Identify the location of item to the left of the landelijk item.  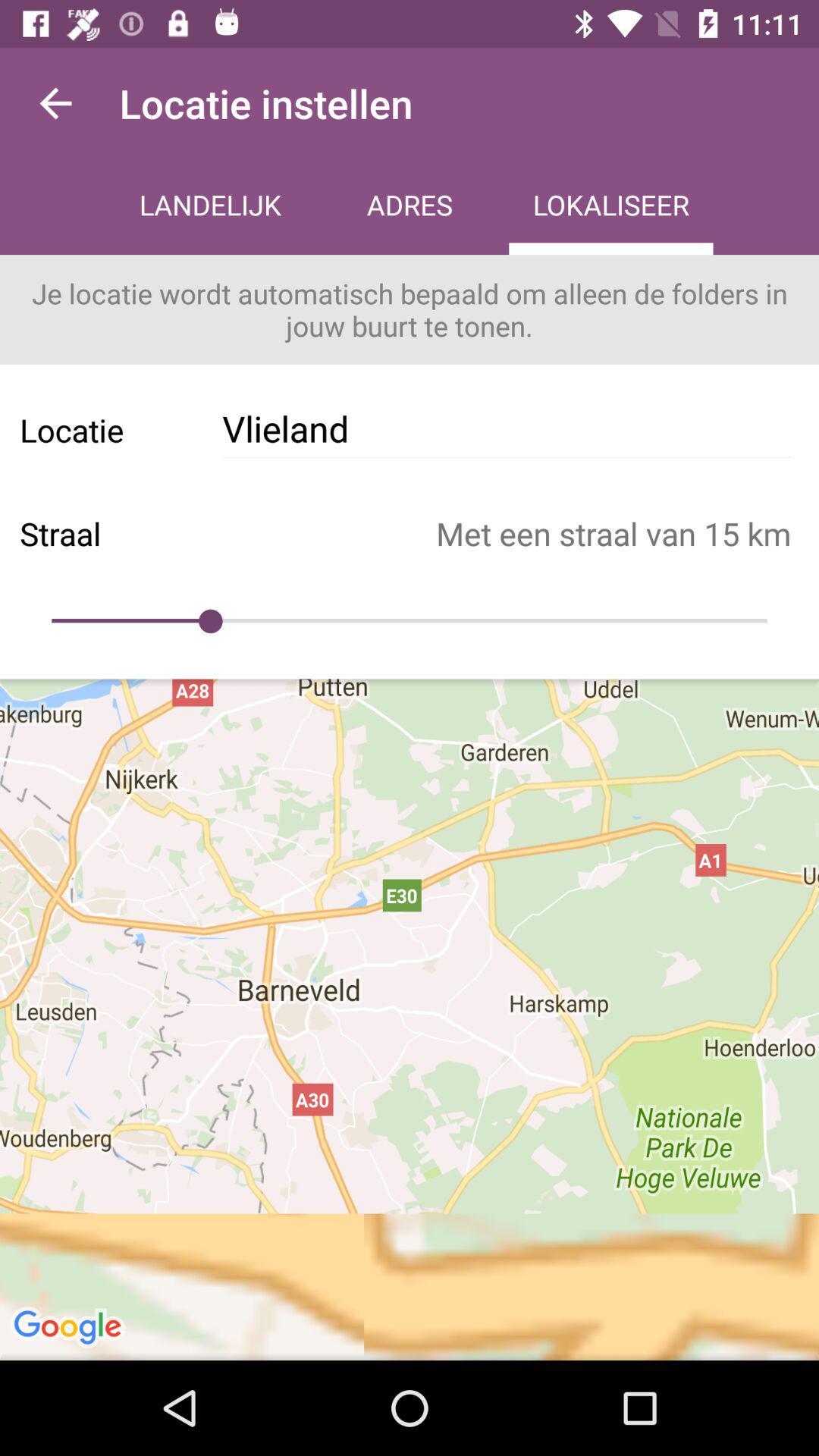
(55, 102).